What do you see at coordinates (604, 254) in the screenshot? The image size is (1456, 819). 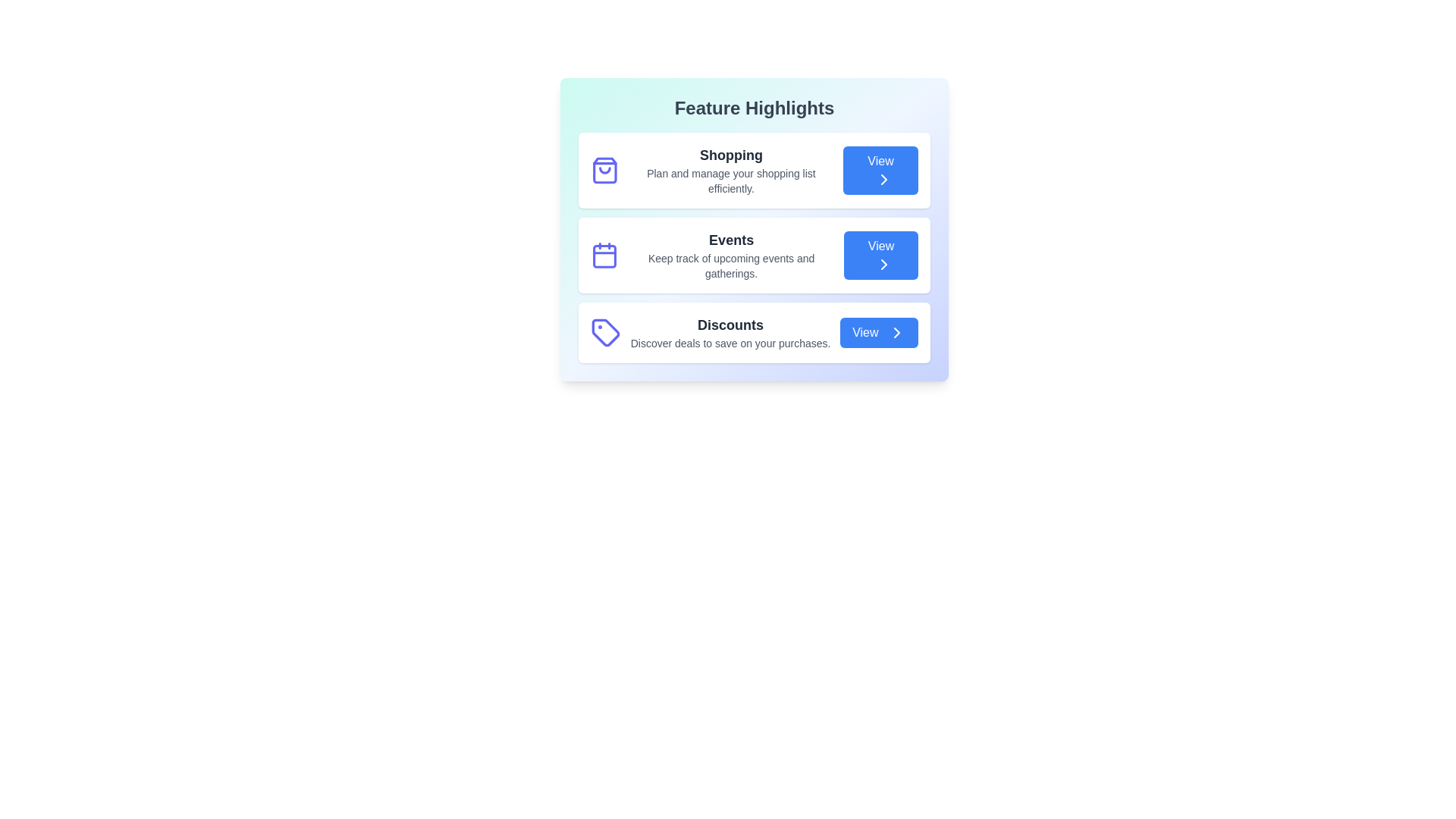 I see `the icon corresponding to Events to check its functionality` at bounding box center [604, 254].